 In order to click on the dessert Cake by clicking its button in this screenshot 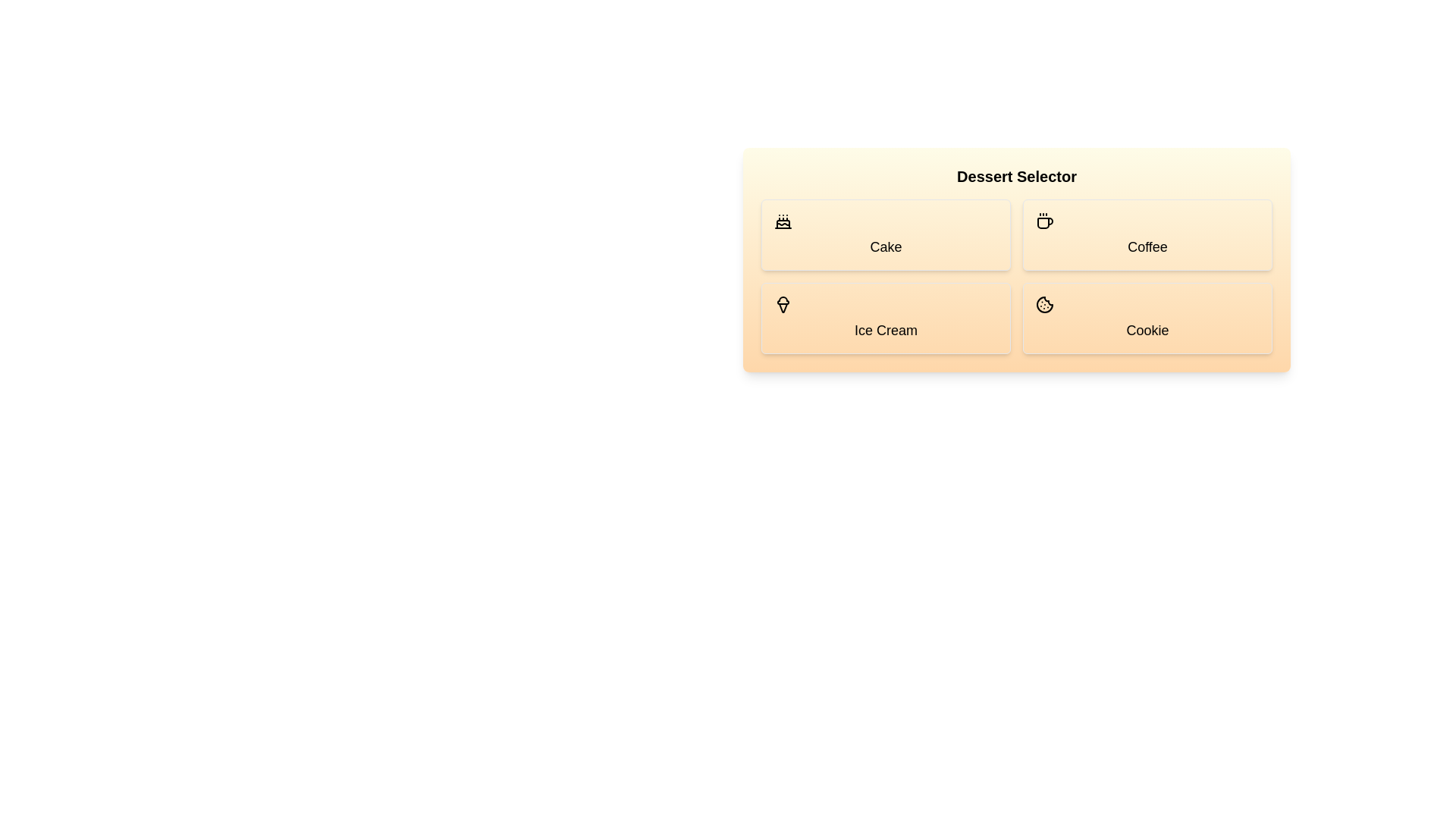, I will do `click(886, 234)`.